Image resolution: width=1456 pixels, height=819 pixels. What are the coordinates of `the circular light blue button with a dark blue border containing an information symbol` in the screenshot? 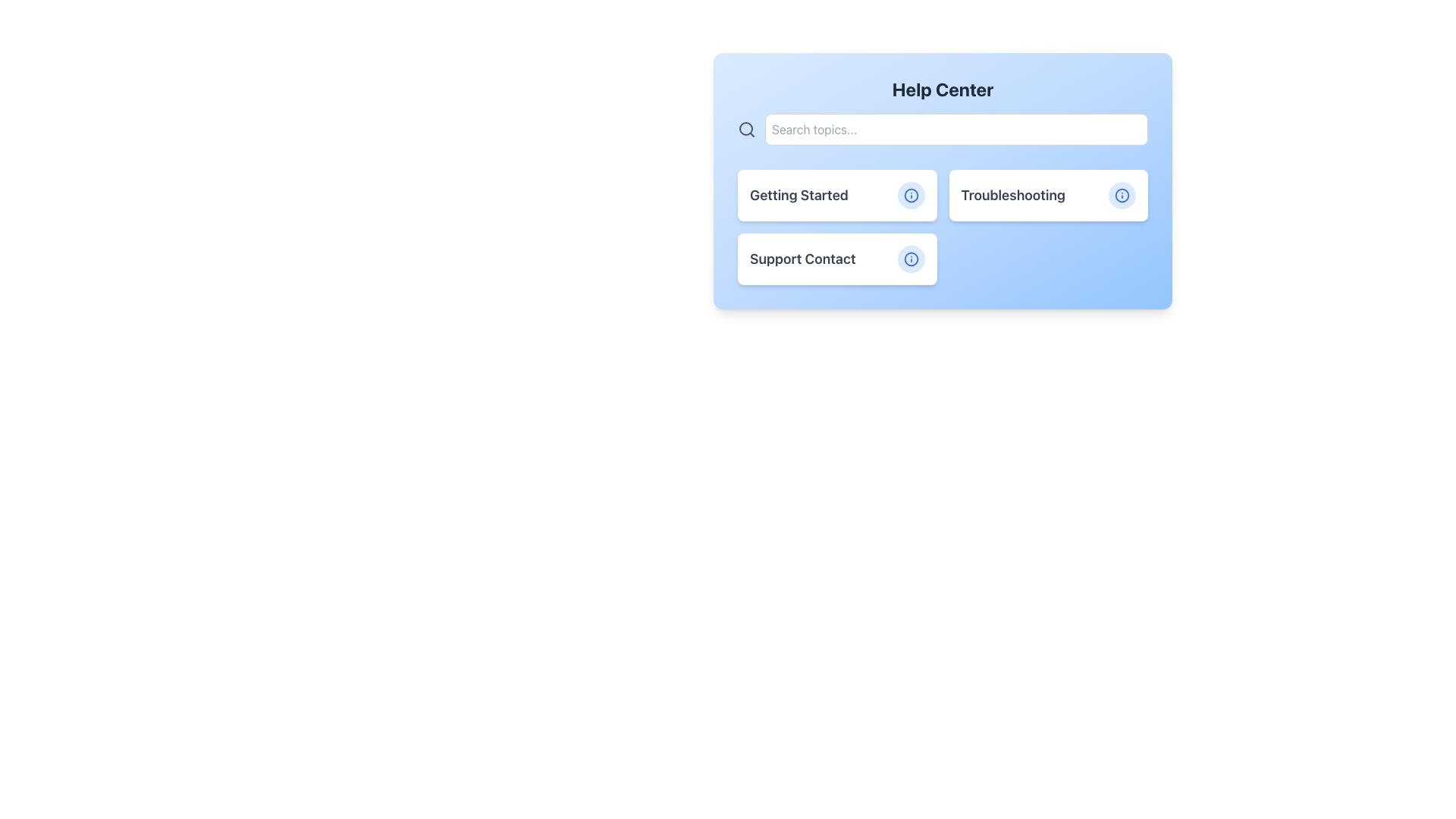 It's located at (910, 195).